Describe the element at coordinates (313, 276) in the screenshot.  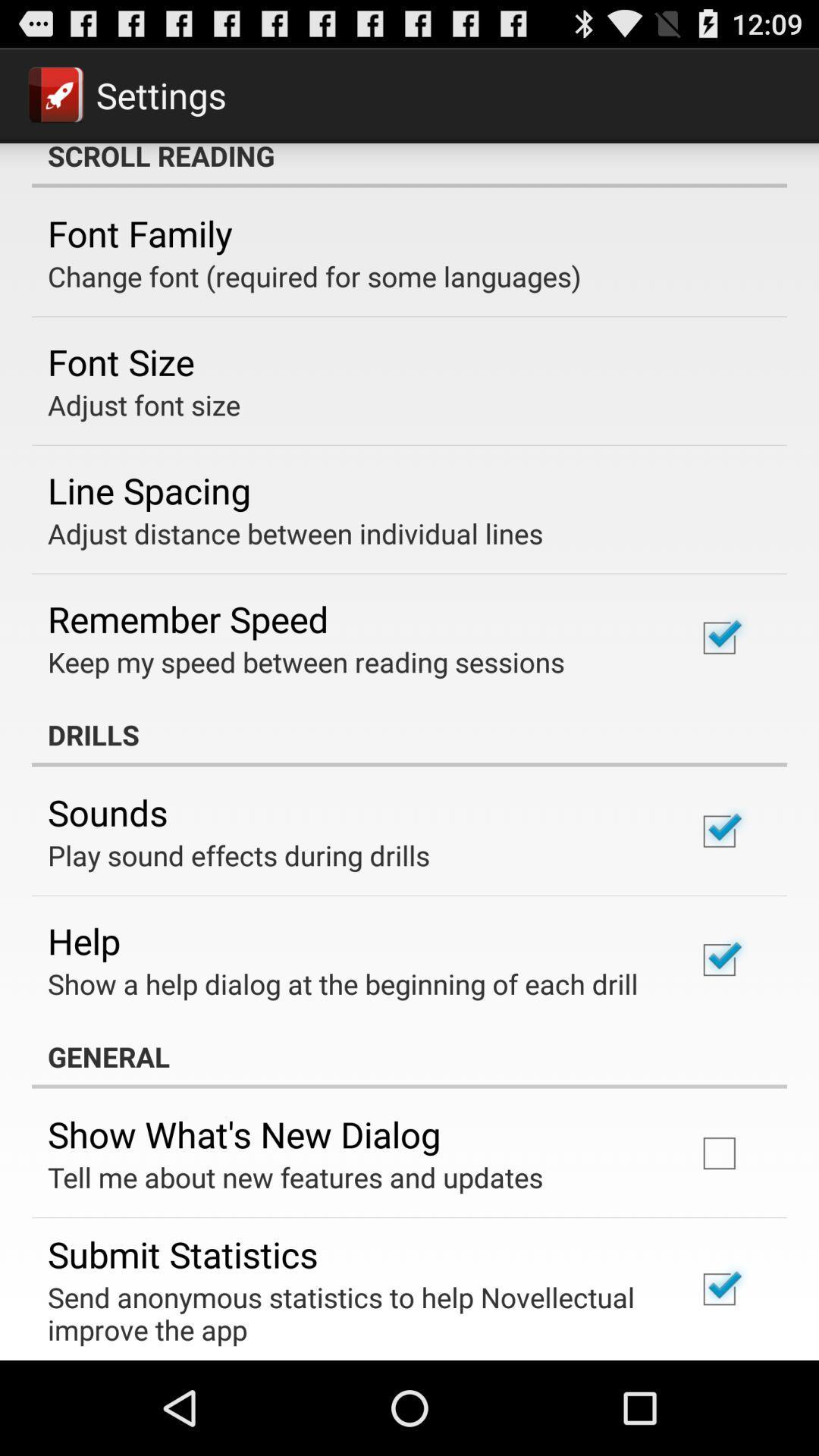
I see `the app above font size app` at that location.